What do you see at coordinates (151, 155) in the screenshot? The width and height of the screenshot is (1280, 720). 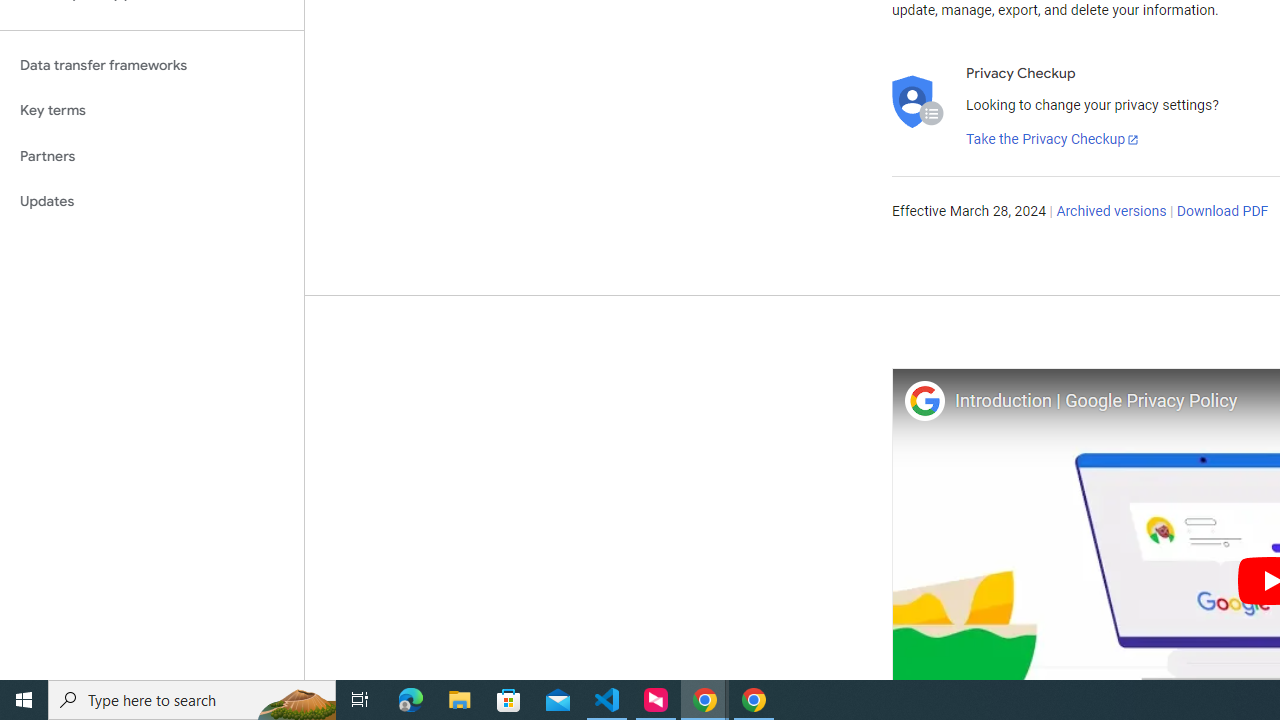 I see `'Partners'` at bounding box center [151, 155].